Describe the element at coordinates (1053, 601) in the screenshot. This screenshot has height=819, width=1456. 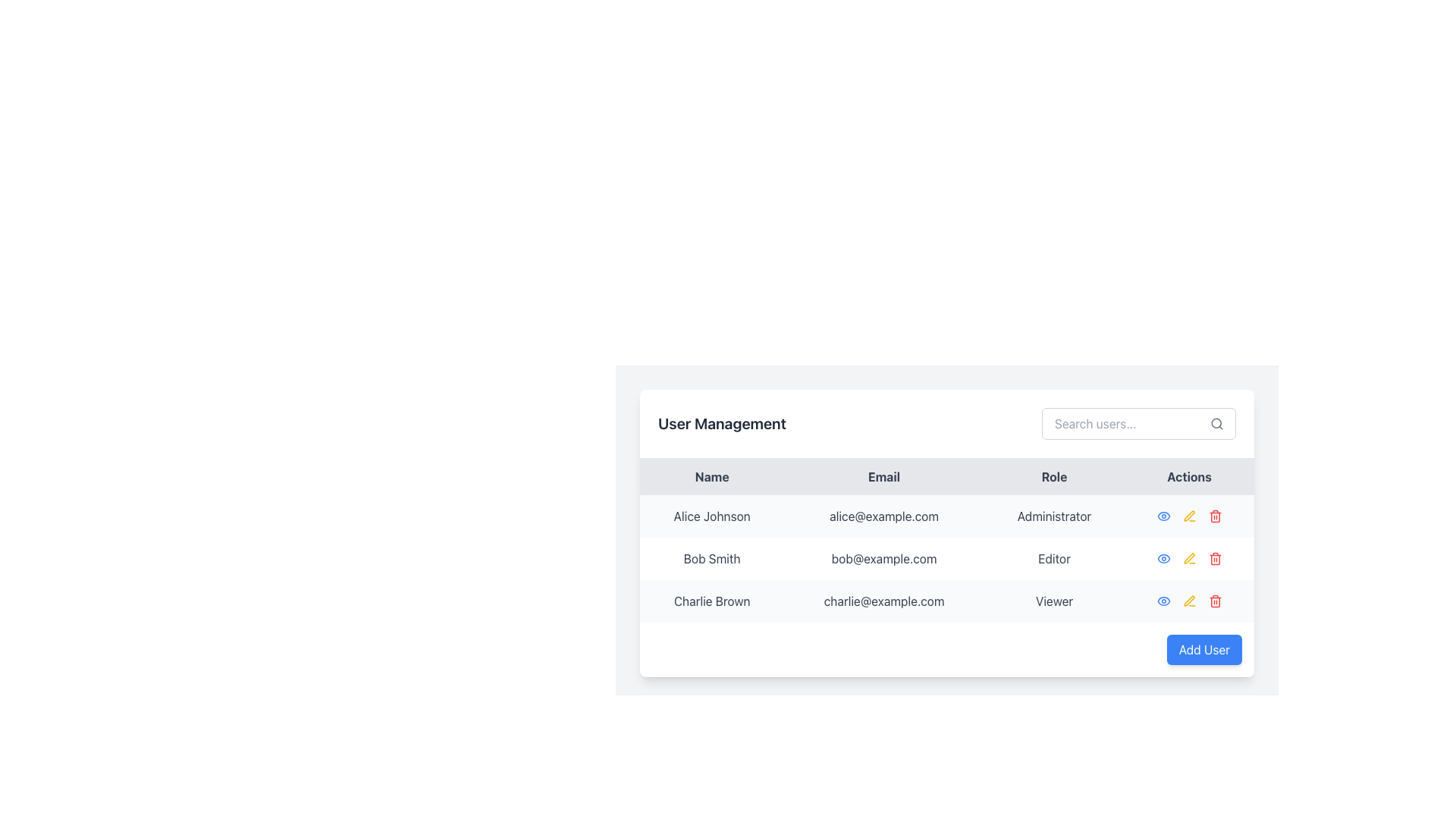
I see `the text label displaying the user's role in the third row under the 'Role' column of the data table` at that location.